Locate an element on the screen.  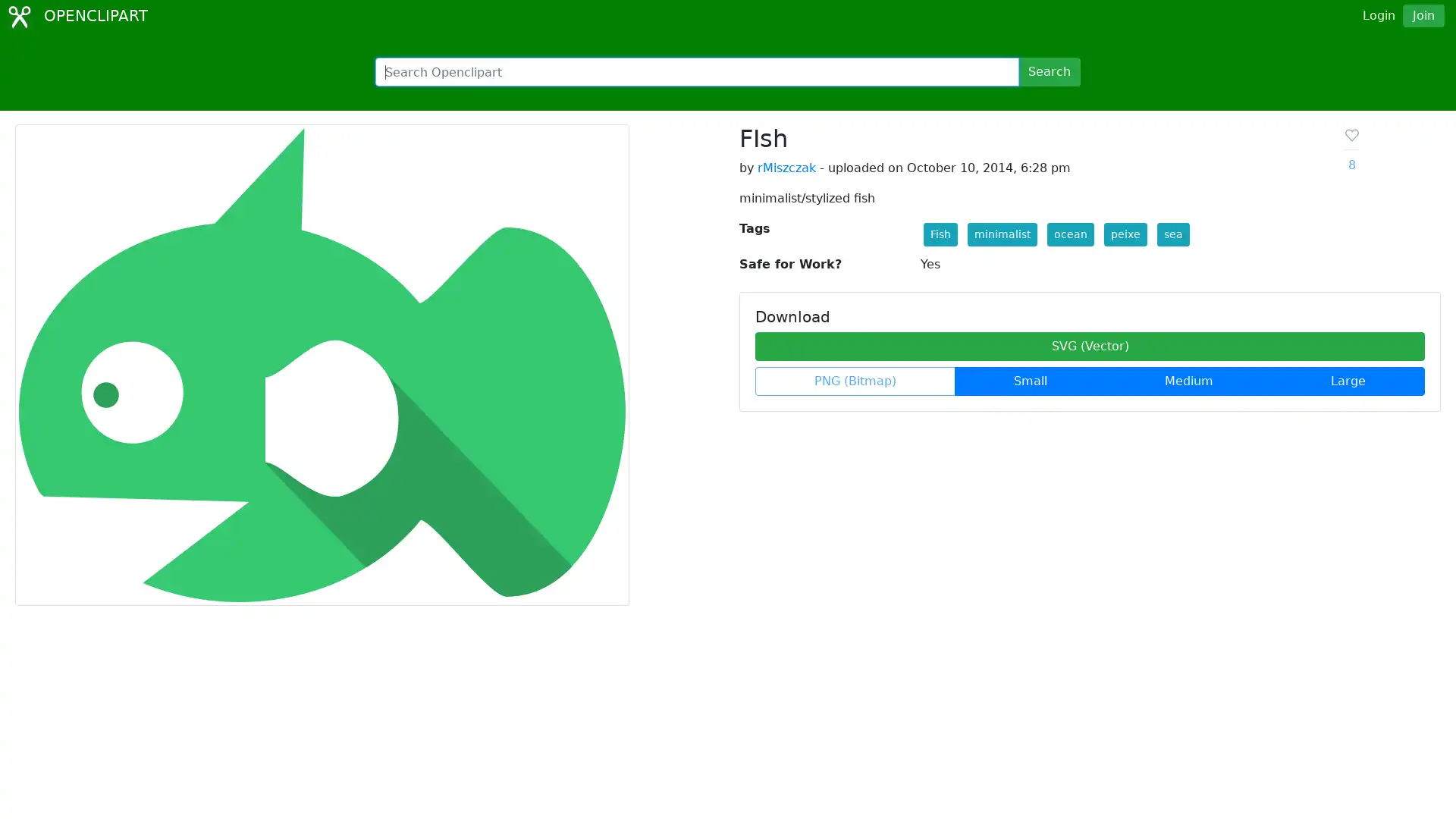
peixe is located at coordinates (1125, 234).